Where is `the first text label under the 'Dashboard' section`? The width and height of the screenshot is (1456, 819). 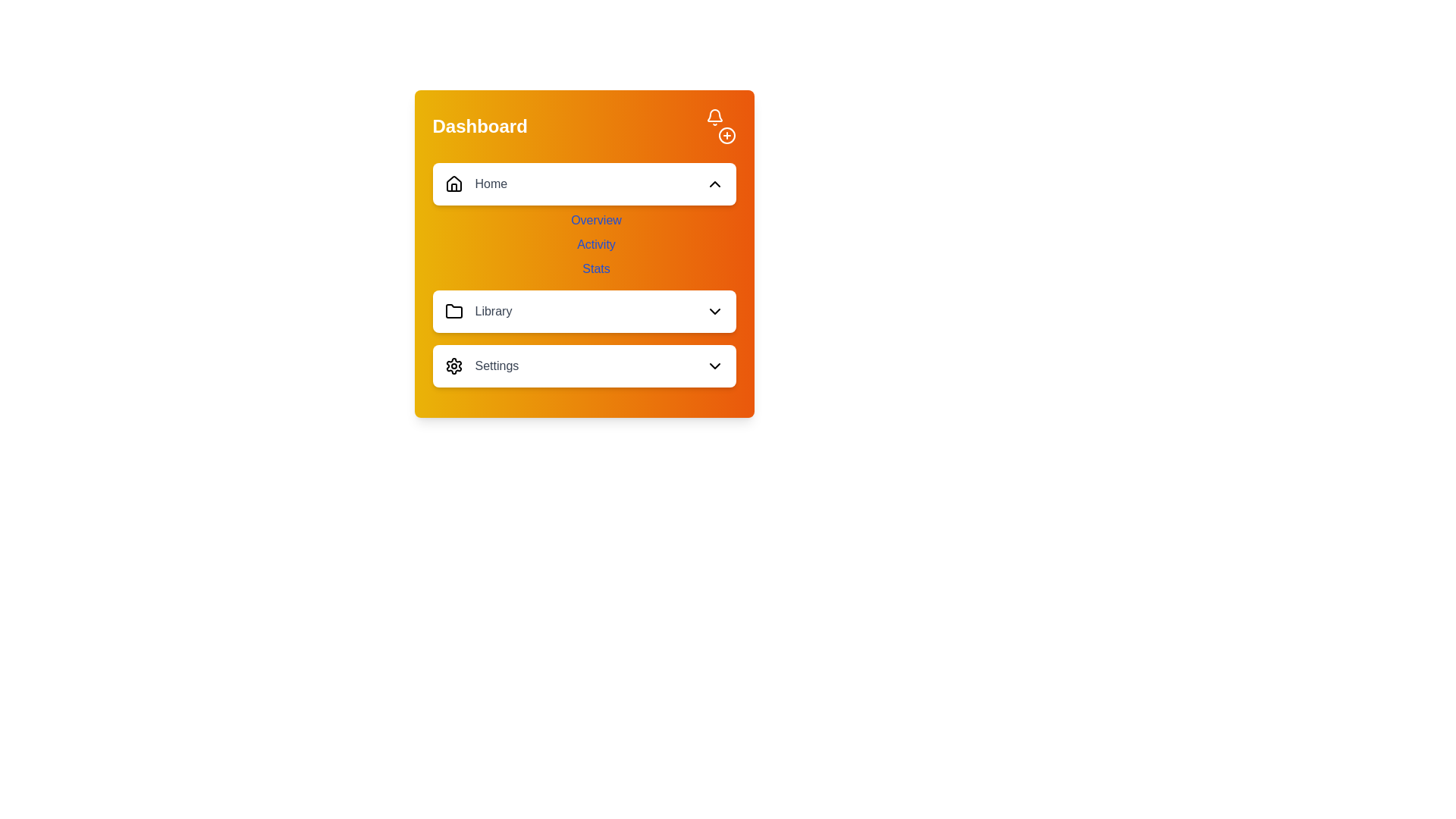 the first text label under the 'Dashboard' section is located at coordinates (595, 220).